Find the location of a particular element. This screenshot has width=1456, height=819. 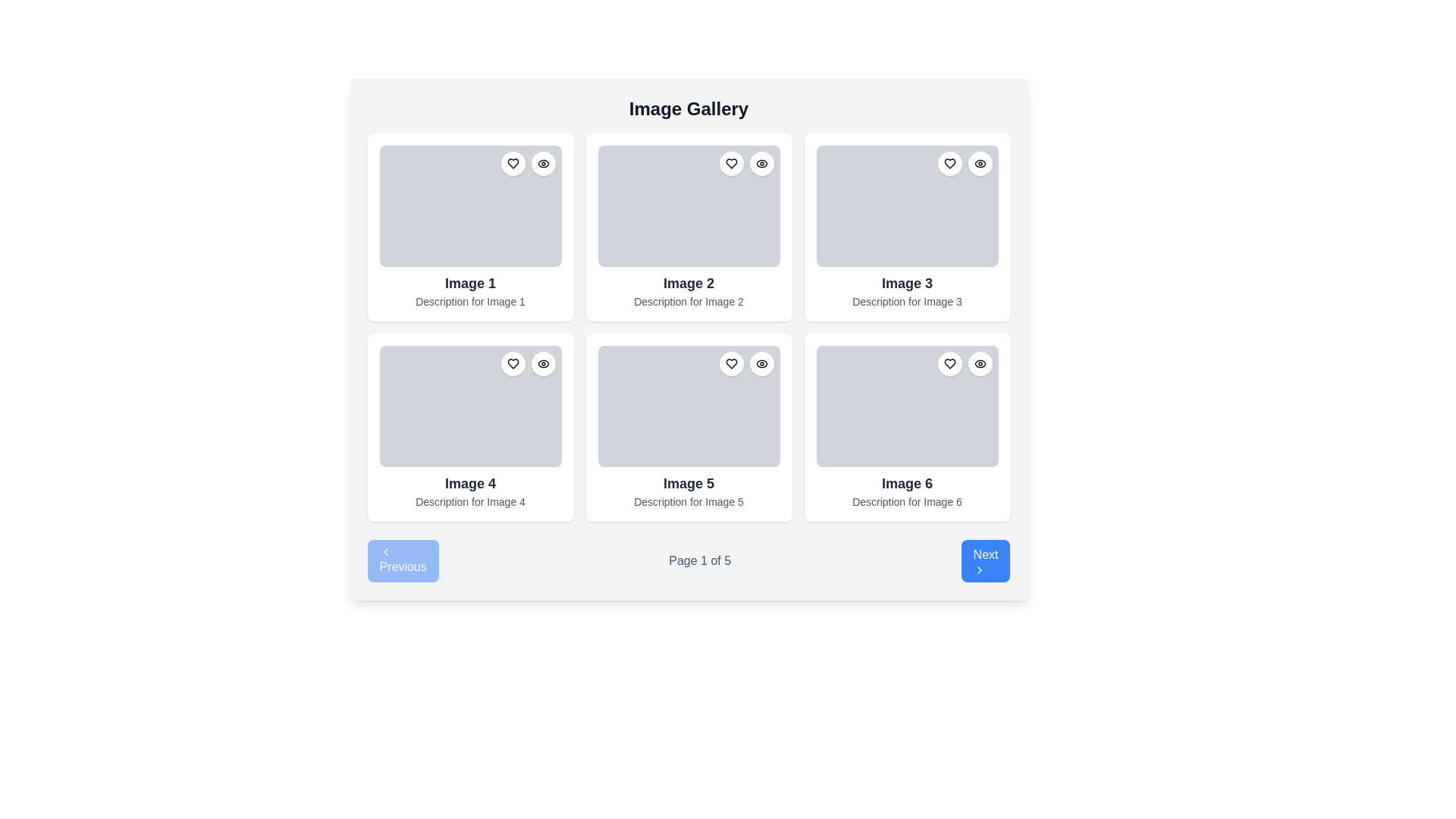

the minimalistic right-pointing arrow icon located within the 'Next' button at the bottom-right corner of the UI is located at coordinates (979, 570).